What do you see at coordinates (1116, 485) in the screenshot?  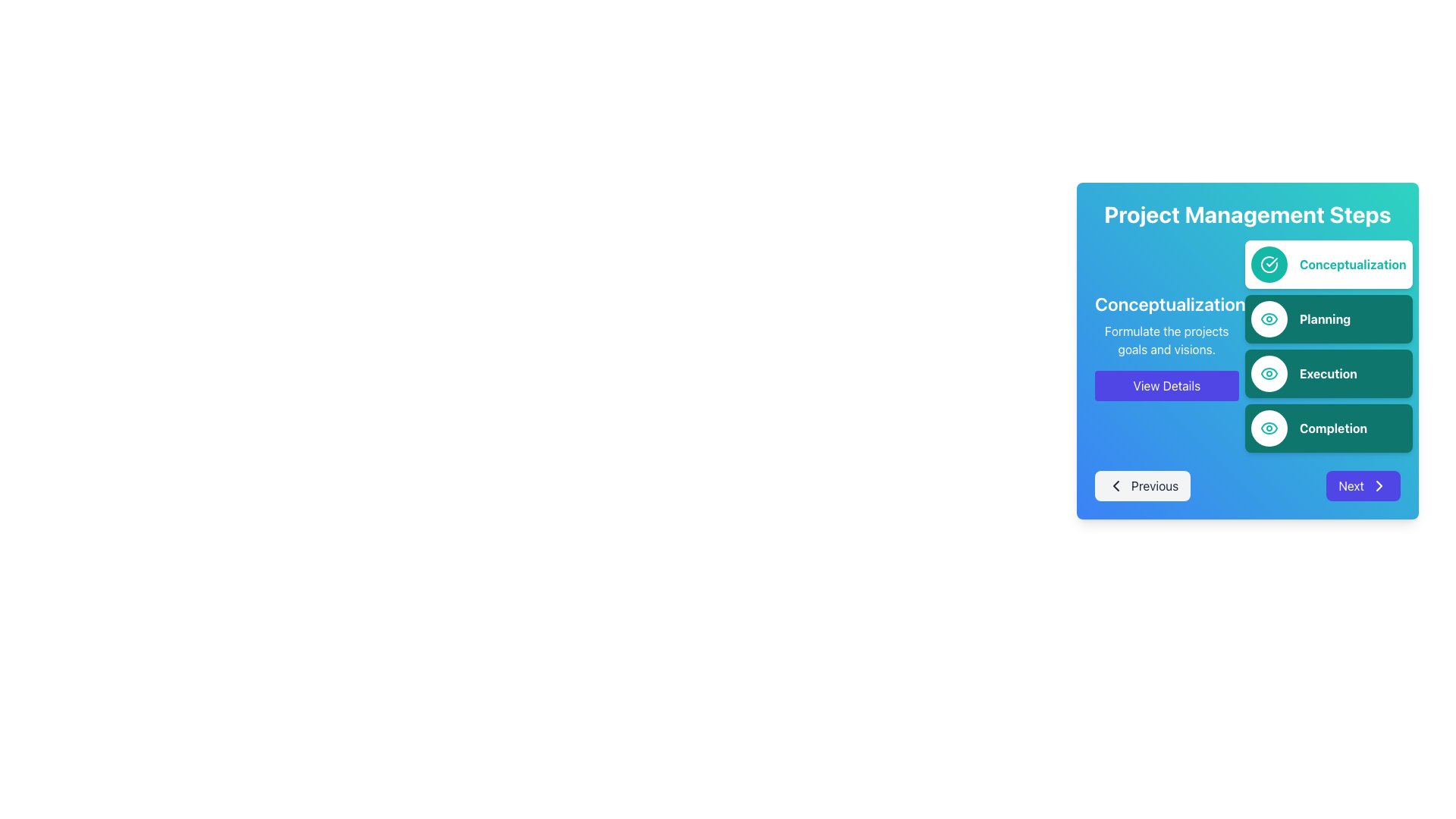 I see `the leftward-pointing chevron arrow icon within the 'Previous' button, which has a light gray background and is located at the bottom-left area of the interface` at bounding box center [1116, 485].